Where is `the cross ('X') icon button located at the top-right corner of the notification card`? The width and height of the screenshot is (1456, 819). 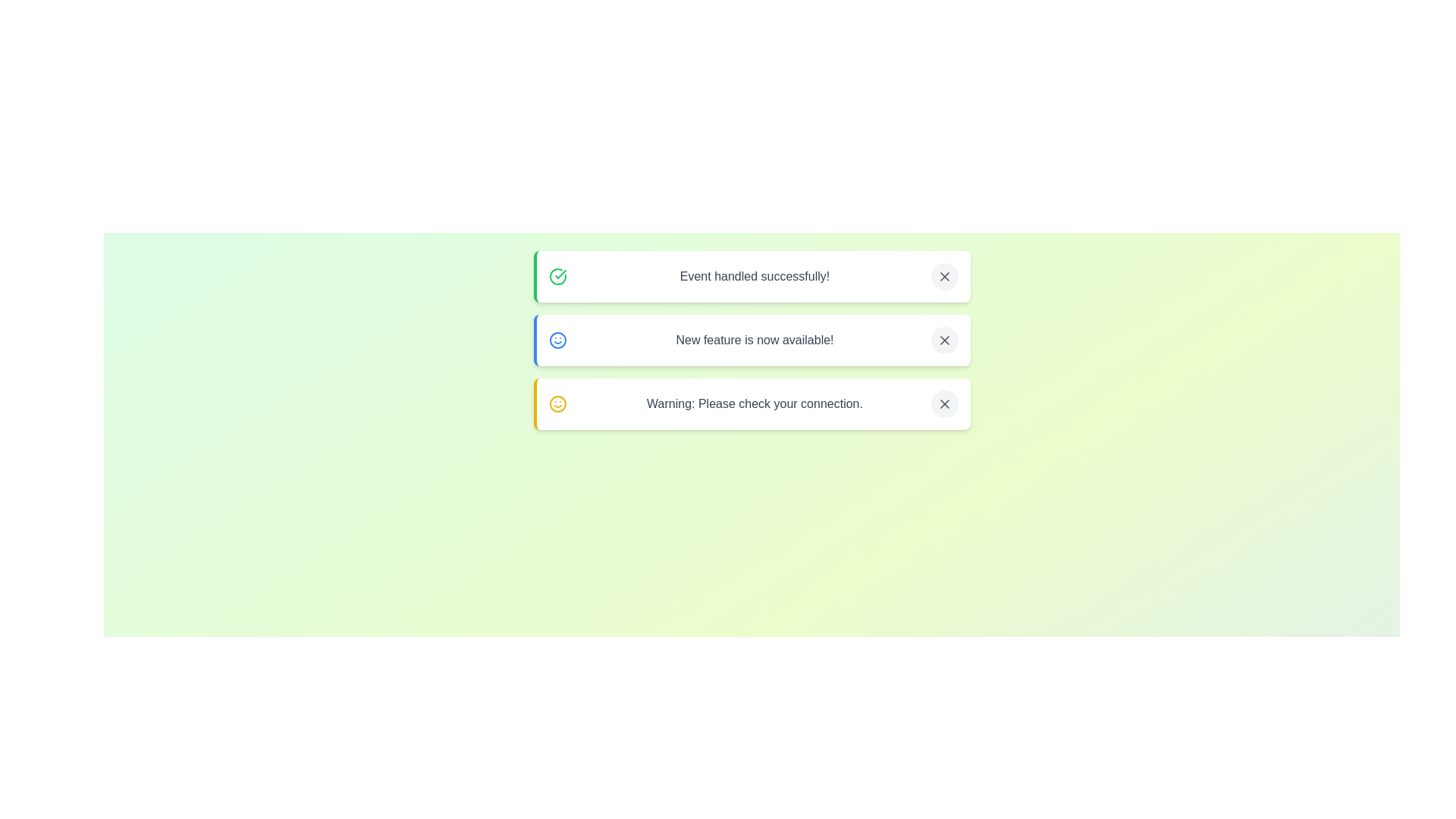
the cross ('X') icon button located at the top-right corner of the notification card is located at coordinates (943, 339).